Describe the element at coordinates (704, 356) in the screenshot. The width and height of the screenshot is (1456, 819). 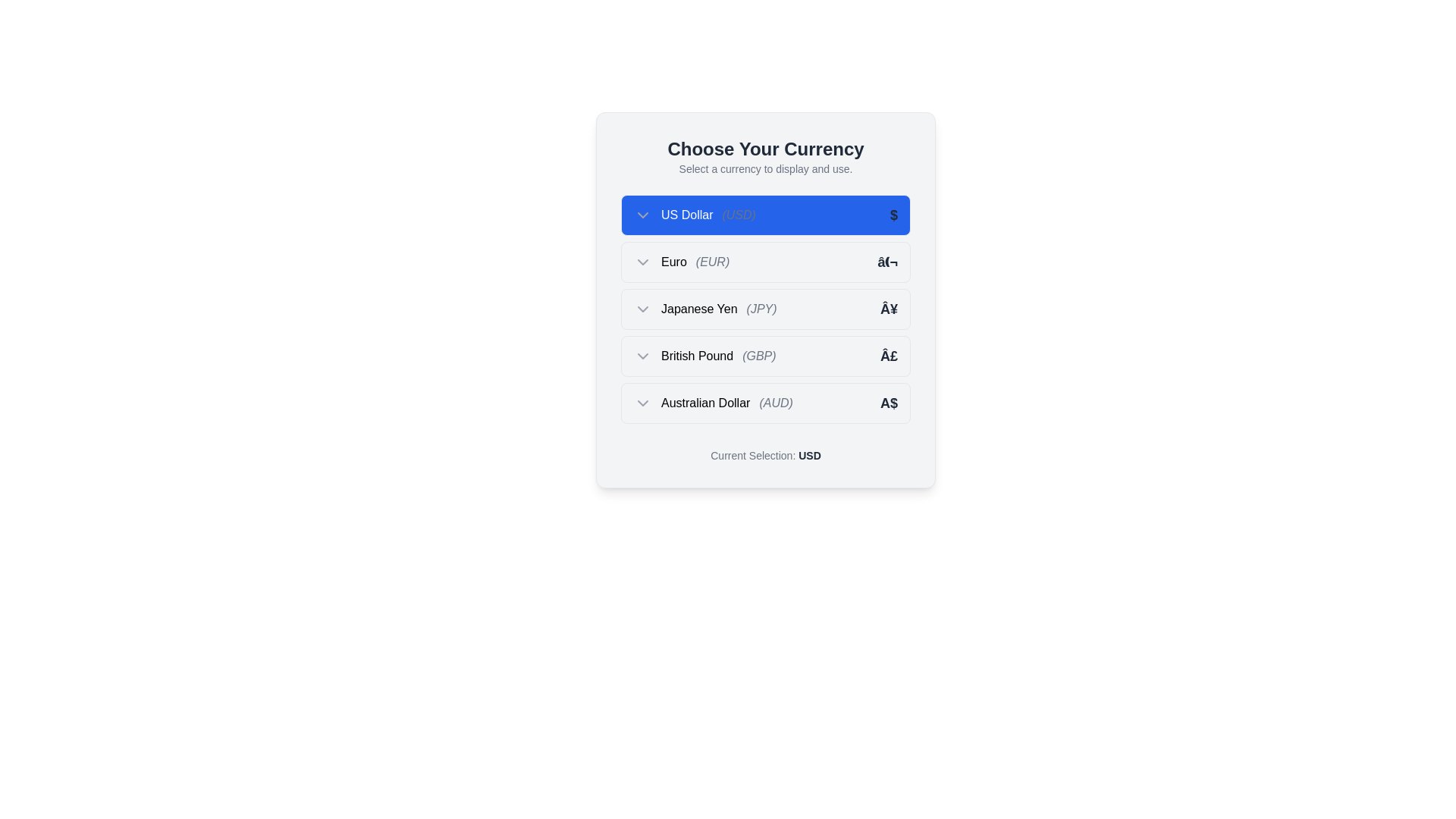
I see `the 'British Pound (GBP)' selection button, which is the third option in the currency list` at that location.